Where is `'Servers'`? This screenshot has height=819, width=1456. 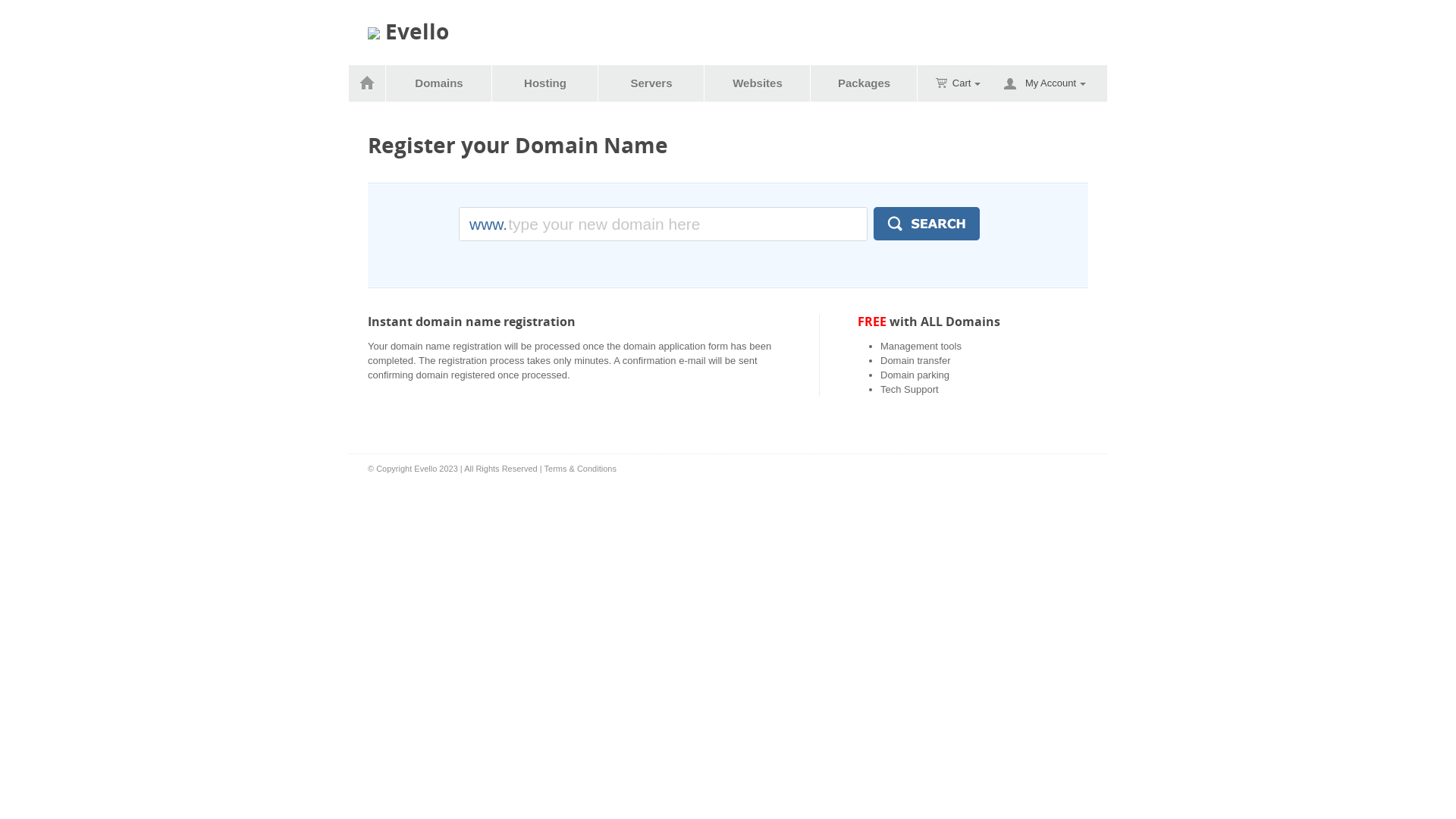 'Servers' is located at coordinates (651, 83).